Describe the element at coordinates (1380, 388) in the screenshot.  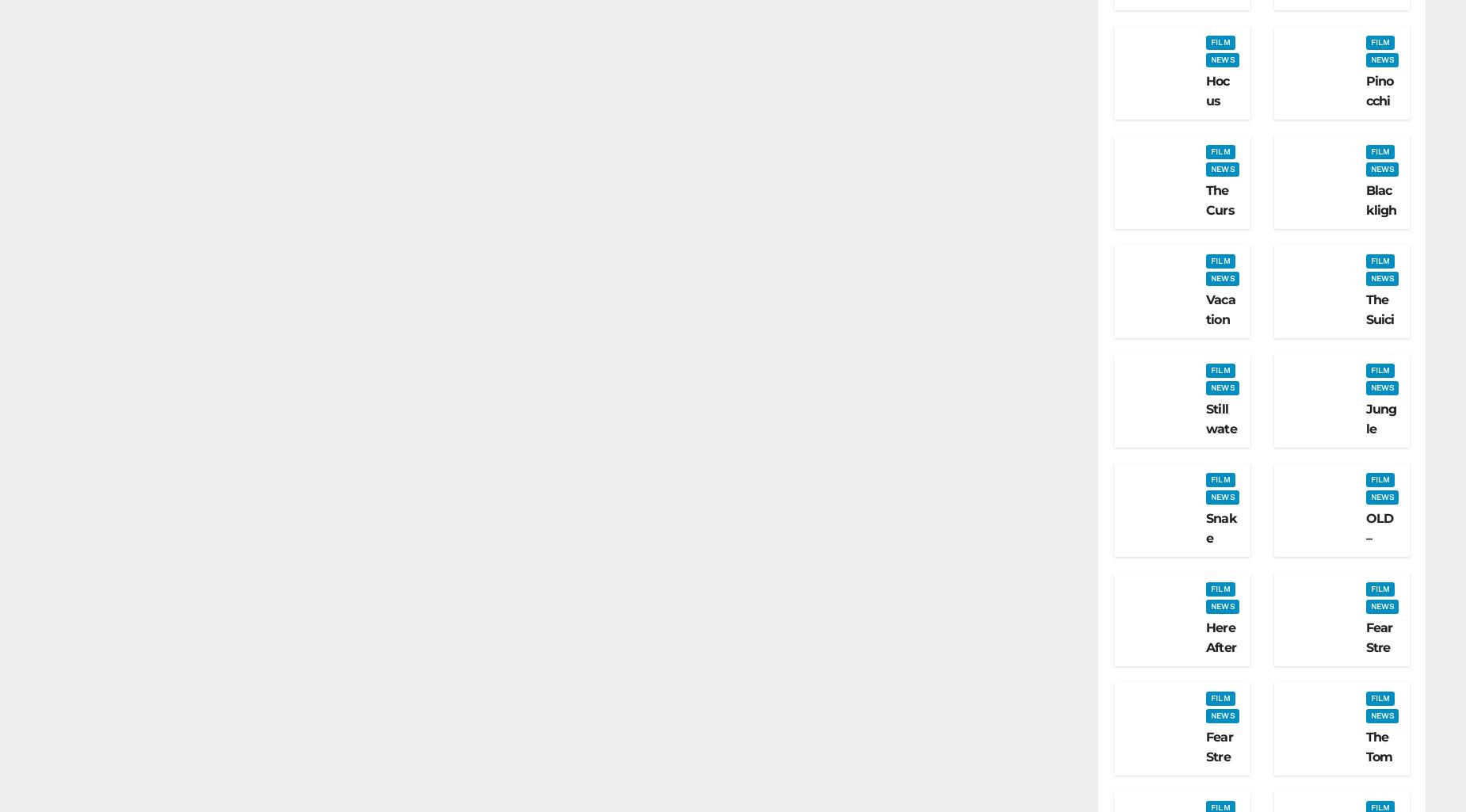
I see `'The Suicide Squad (2021) – Film Review'` at that location.